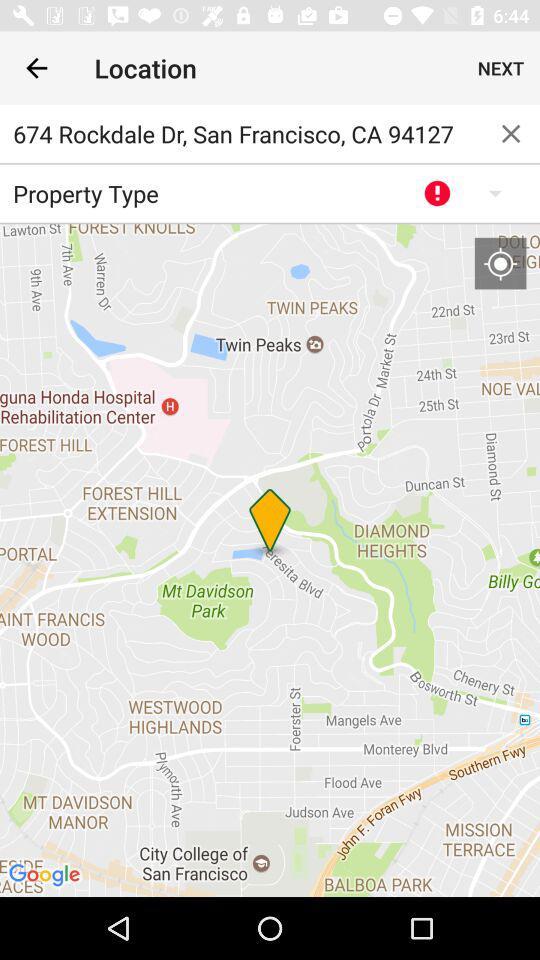 The image size is (540, 960). Describe the element at coordinates (270, 560) in the screenshot. I see `the item at the center` at that location.